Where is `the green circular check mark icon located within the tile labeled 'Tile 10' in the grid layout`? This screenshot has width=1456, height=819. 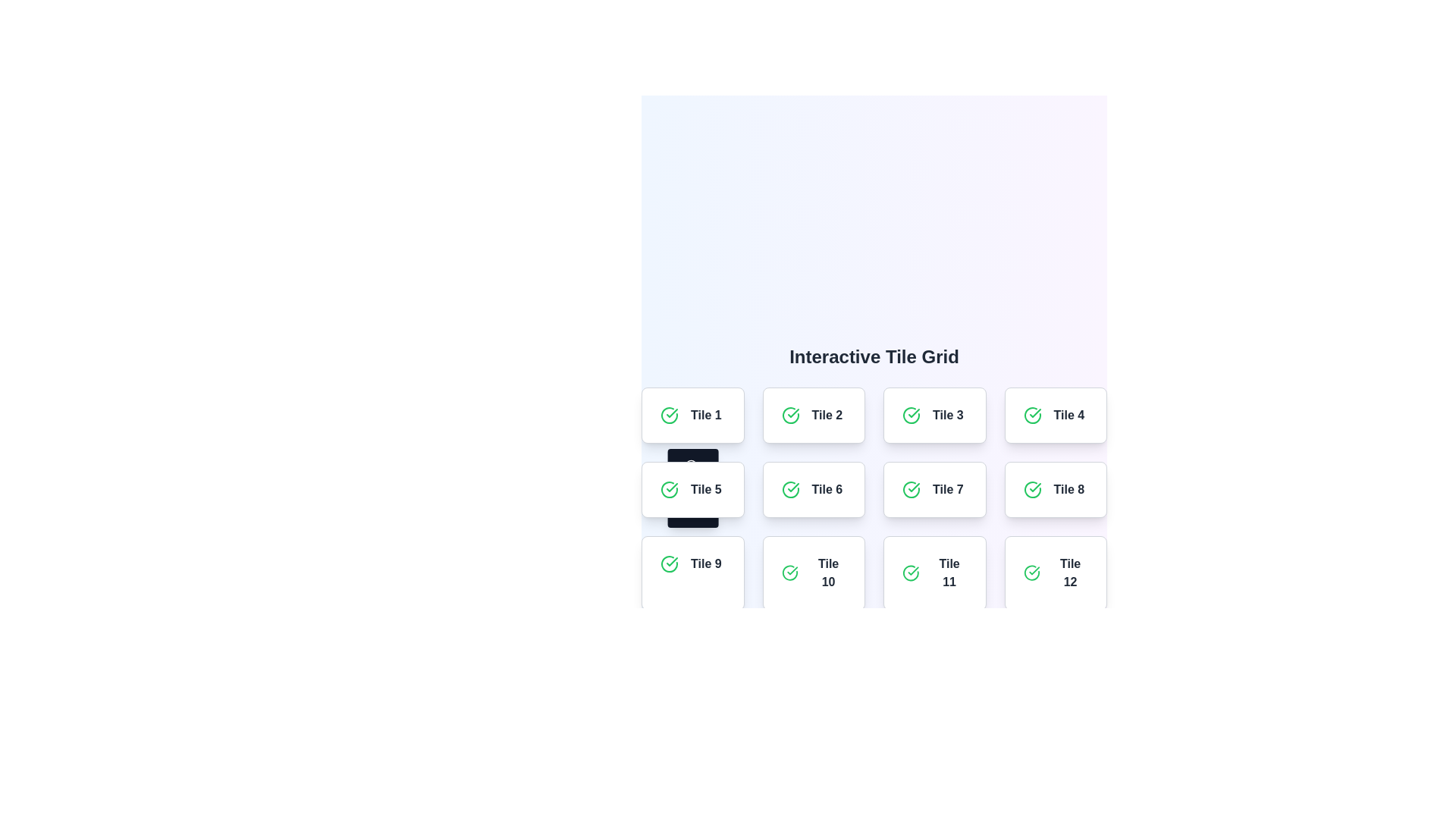 the green circular check mark icon located within the tile labeled 'Tile 10' in the grid layout is located at coordinates (789, 573).